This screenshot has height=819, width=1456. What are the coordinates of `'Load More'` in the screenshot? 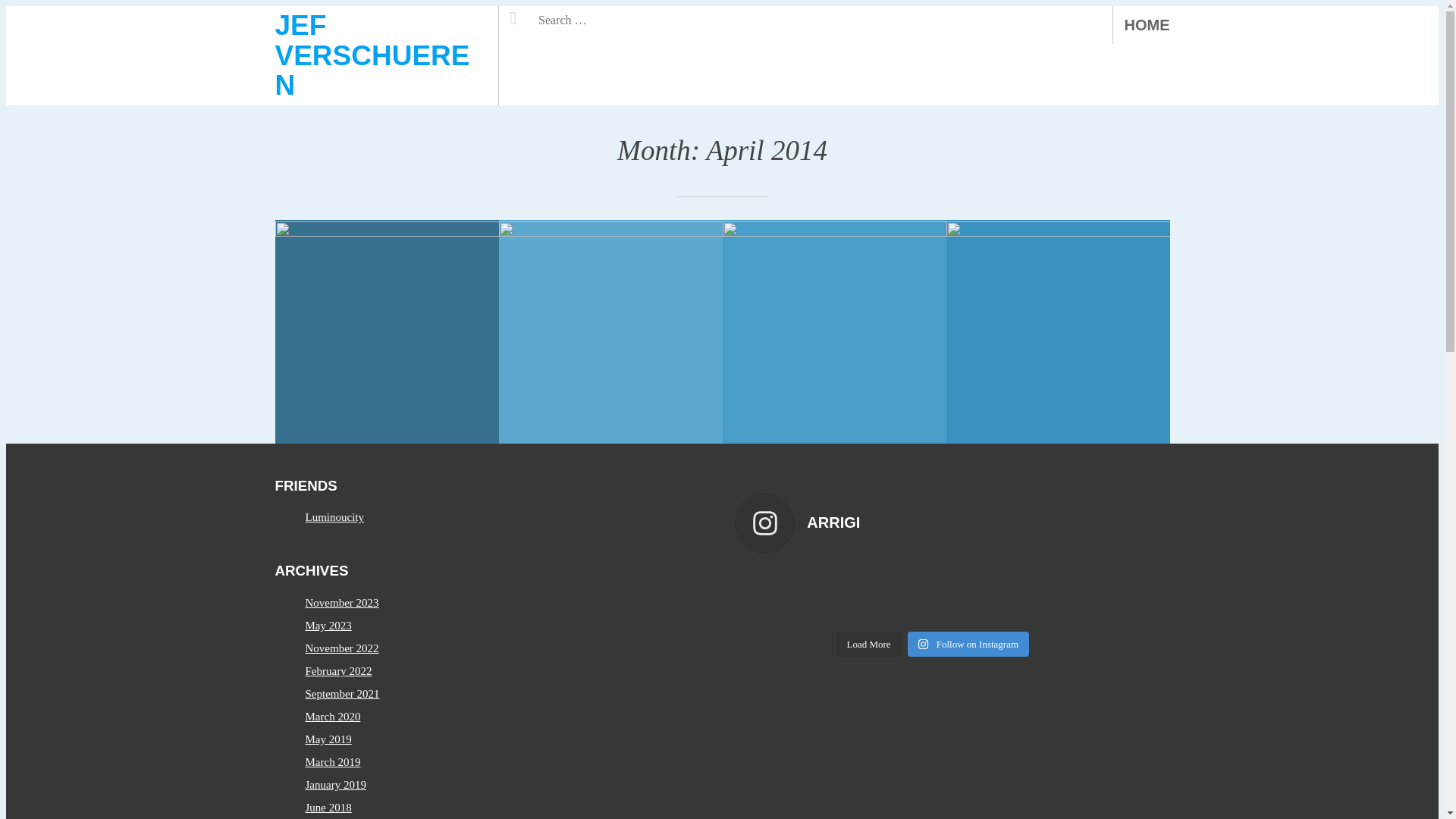 It's located at (835, 644).